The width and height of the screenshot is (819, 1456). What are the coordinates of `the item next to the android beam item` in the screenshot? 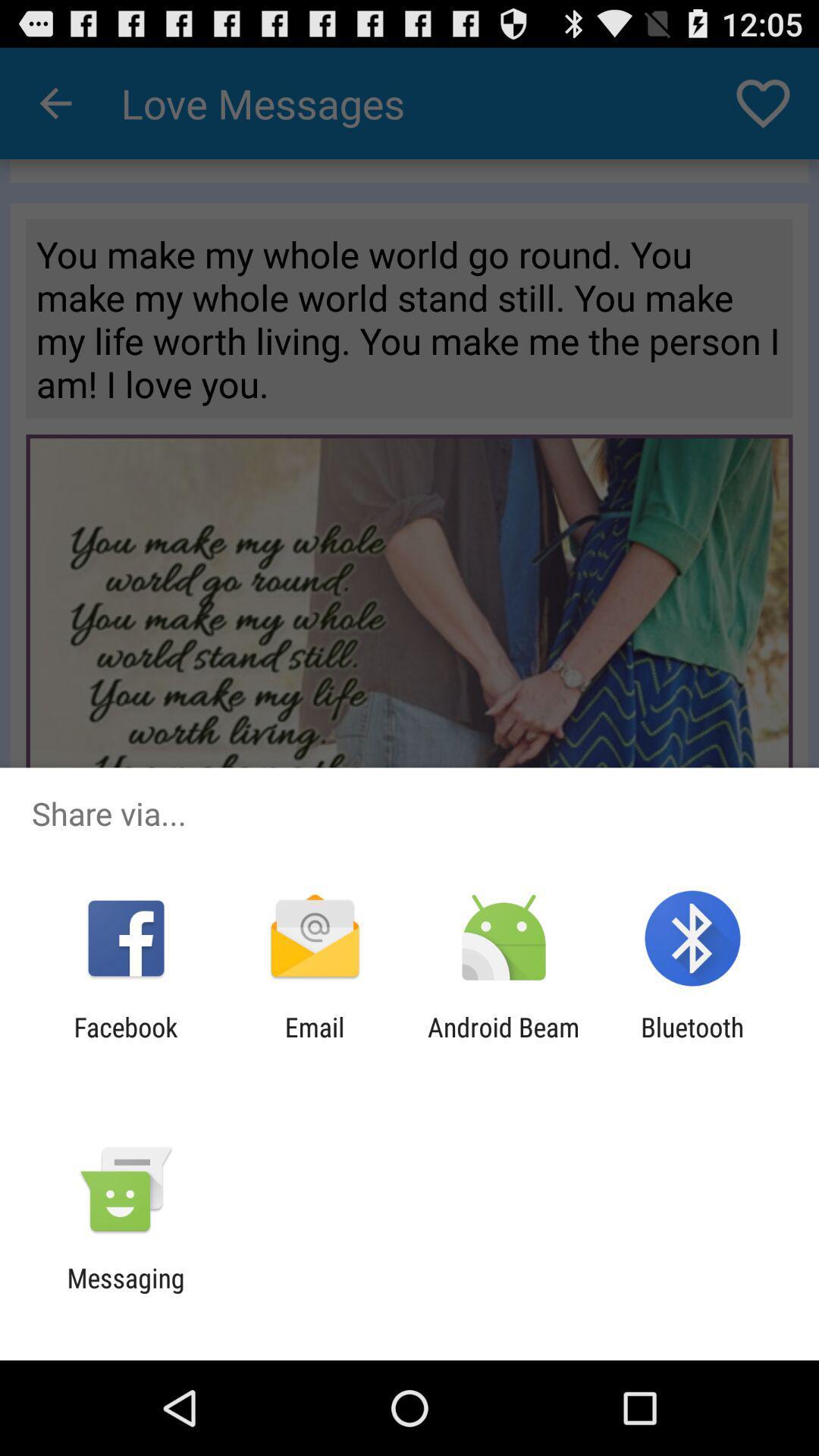 It's located at (692, 1042).